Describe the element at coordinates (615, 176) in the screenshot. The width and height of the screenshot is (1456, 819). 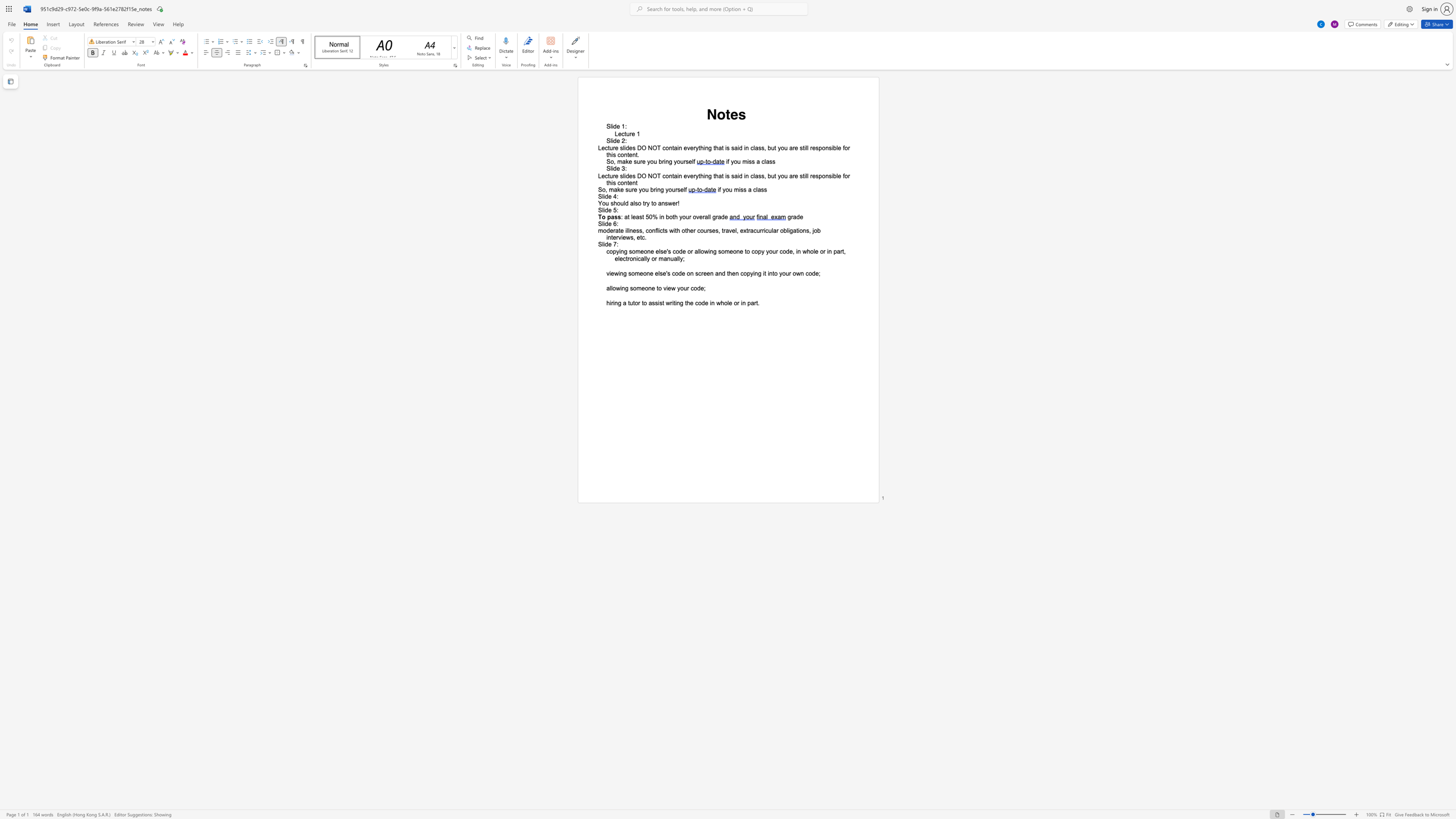
I see `the subset text "e slides" within the text "Lecture slides DO NOT"` at that location.